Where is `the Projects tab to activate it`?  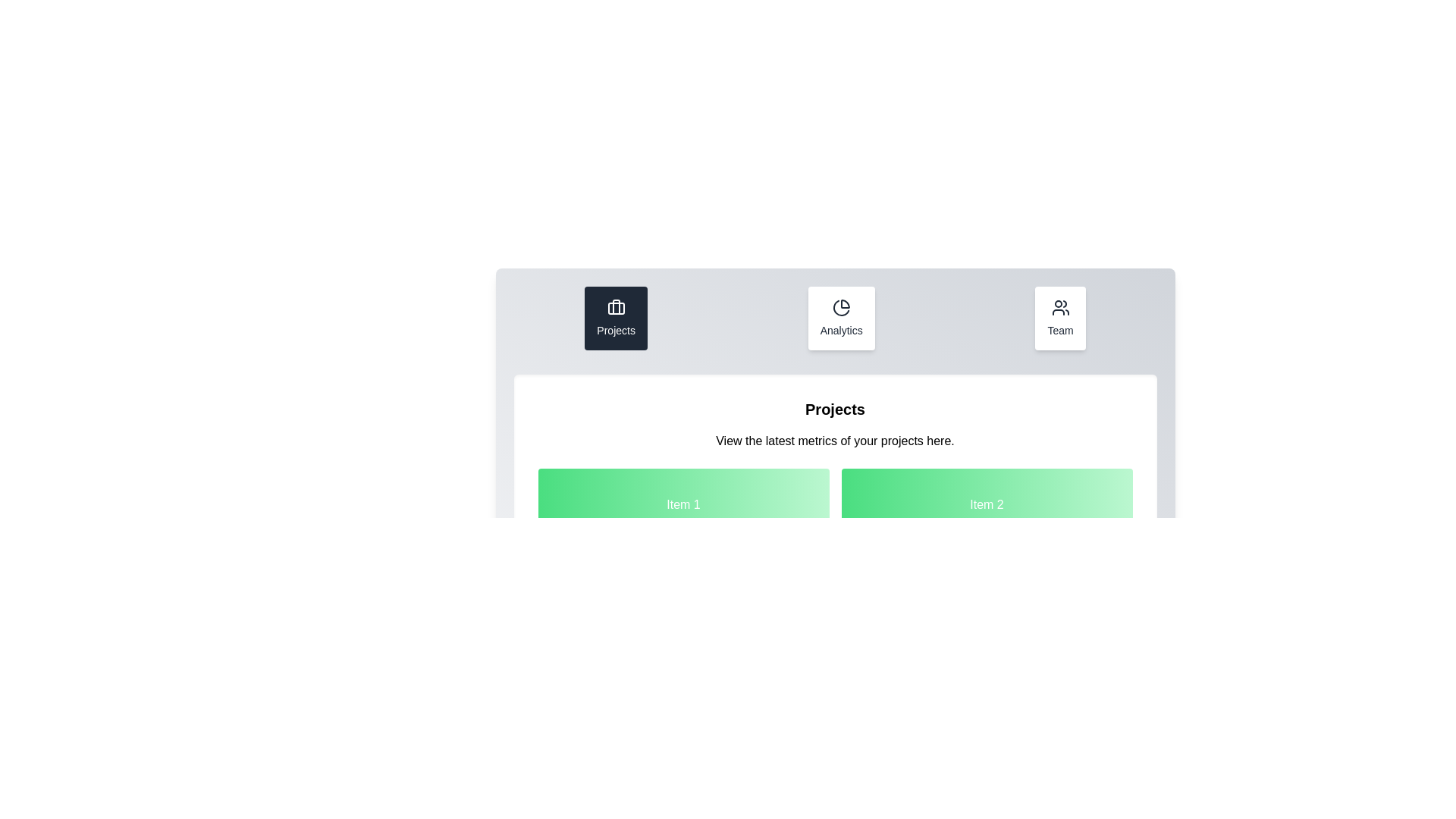
the Projects tab to activate it is located at coordinates (615, 318).